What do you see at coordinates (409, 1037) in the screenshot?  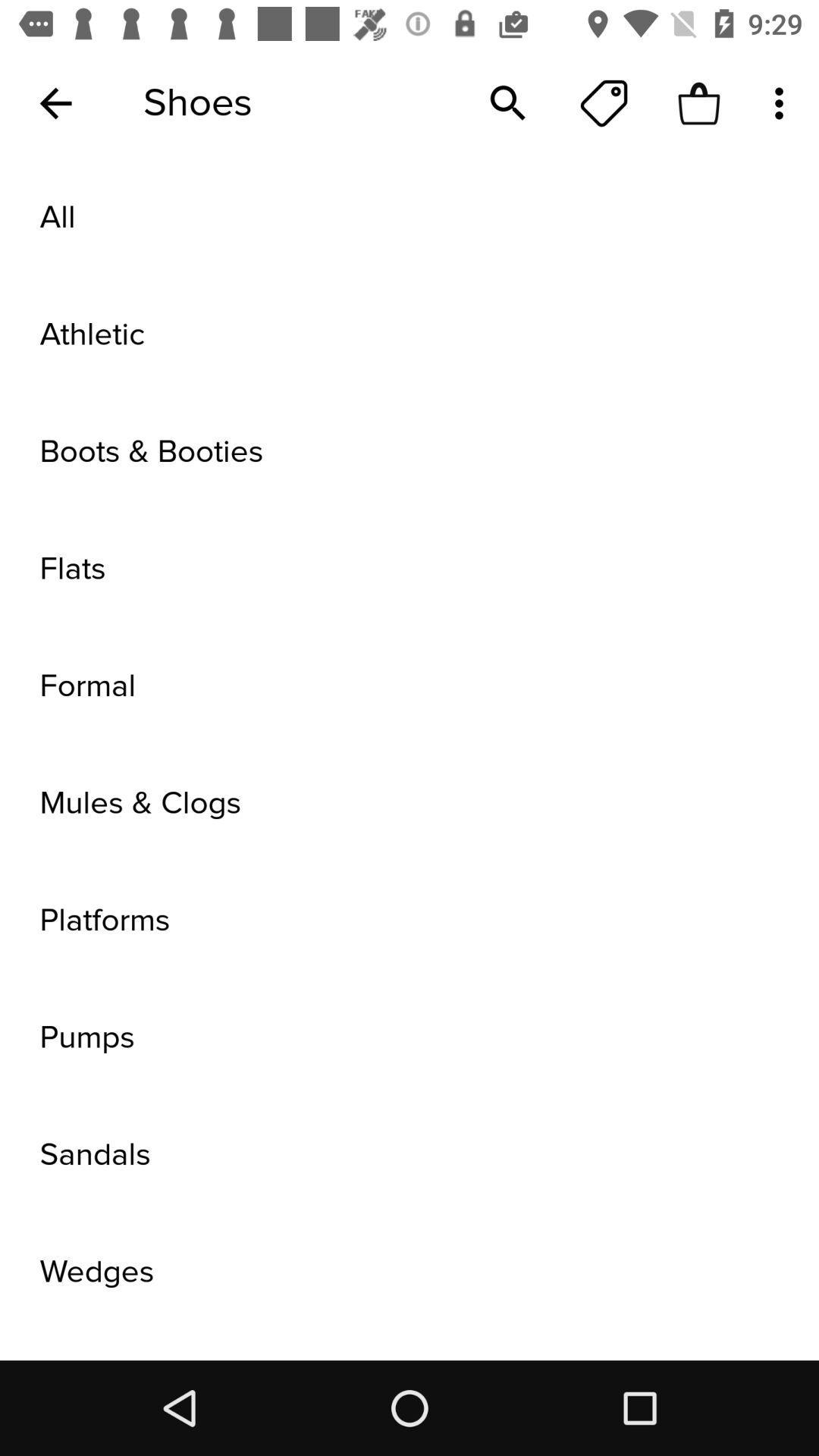 I see `icon below platforms icon` at bounding box center [409, 1037].